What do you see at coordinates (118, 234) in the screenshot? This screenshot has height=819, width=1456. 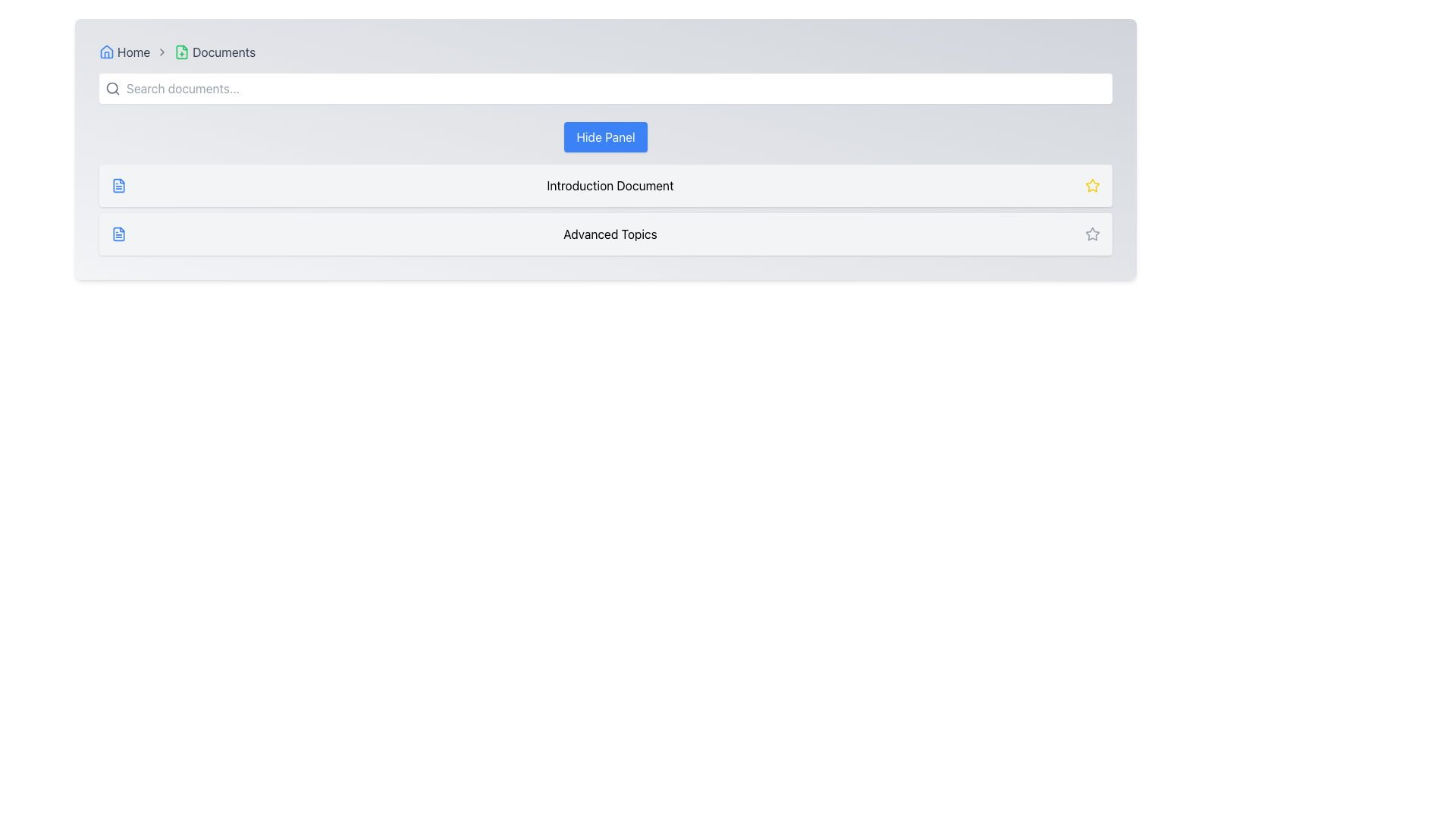 I see `the document-shaped icon with a blue outline and white center located on the left side of the second row in the list-like structure` at bounding box center [118, 234].